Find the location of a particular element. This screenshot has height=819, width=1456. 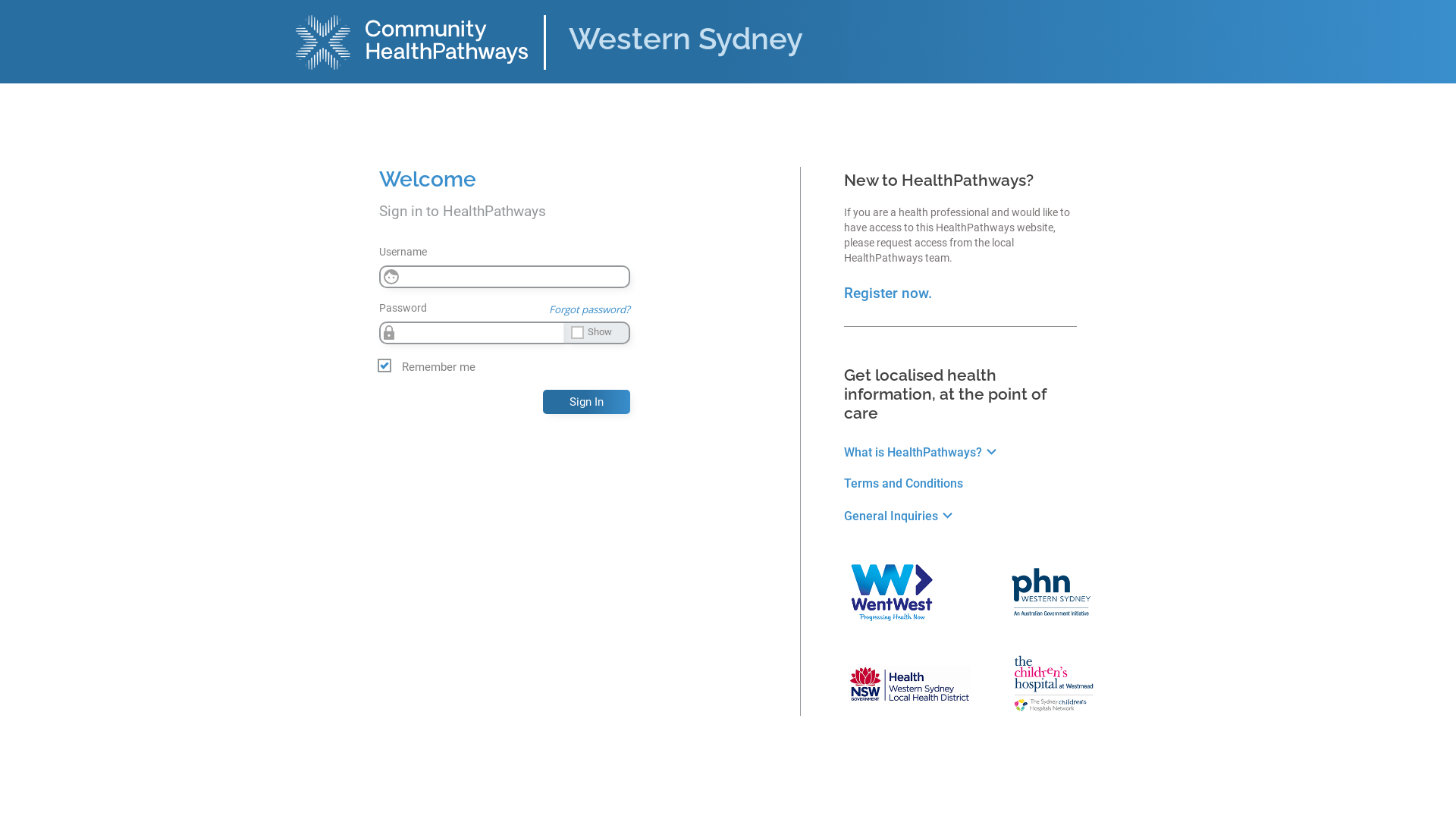

'Register now.' is located at coordinates (888, 293).